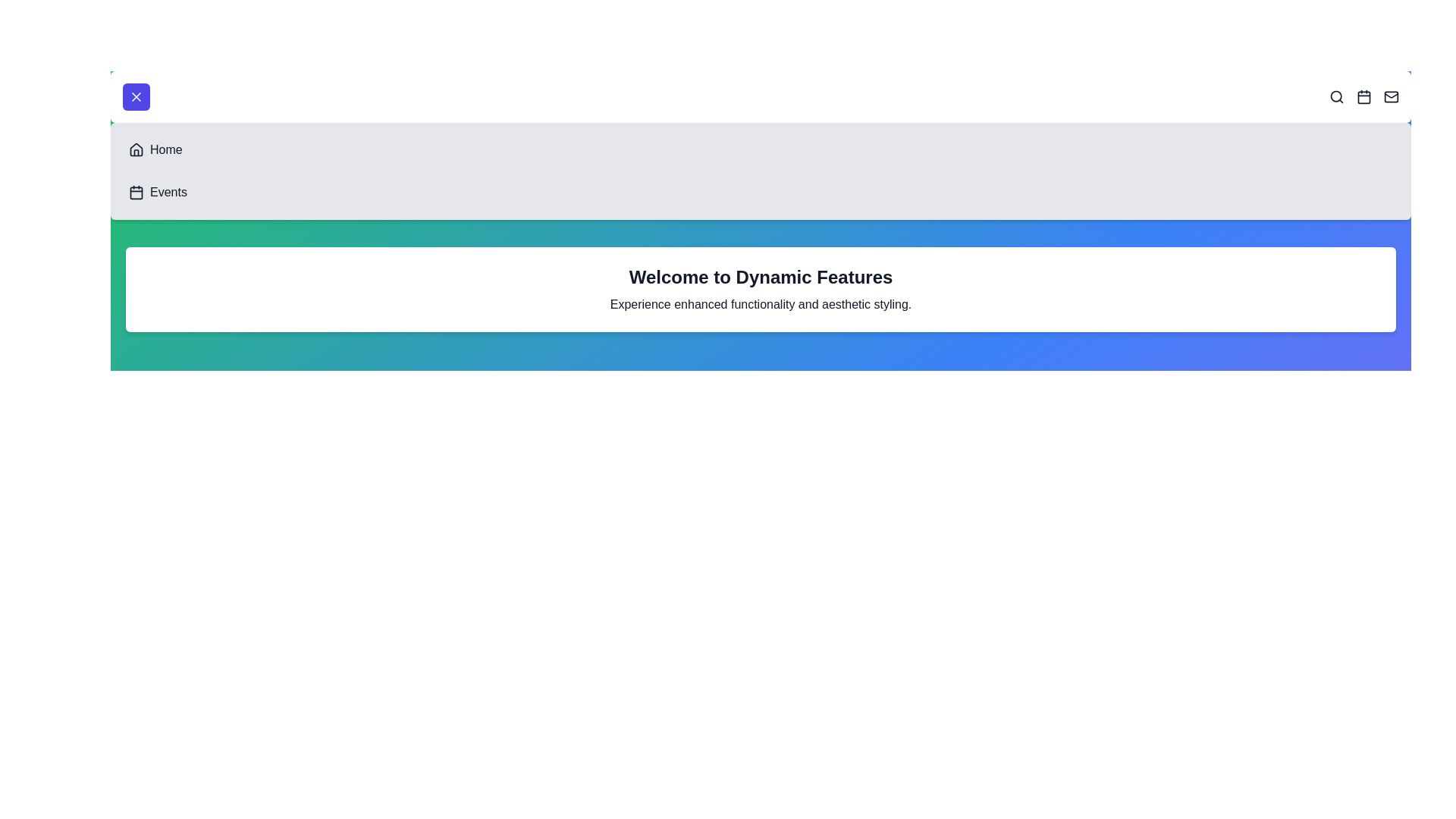 Image resolution: width=1456 pixels, height=819 pixels. What do you see at coordinates (136, 149) in the screenshot?
I see `the navigation menu item Home to navigate` at bounding box center [136, 149].